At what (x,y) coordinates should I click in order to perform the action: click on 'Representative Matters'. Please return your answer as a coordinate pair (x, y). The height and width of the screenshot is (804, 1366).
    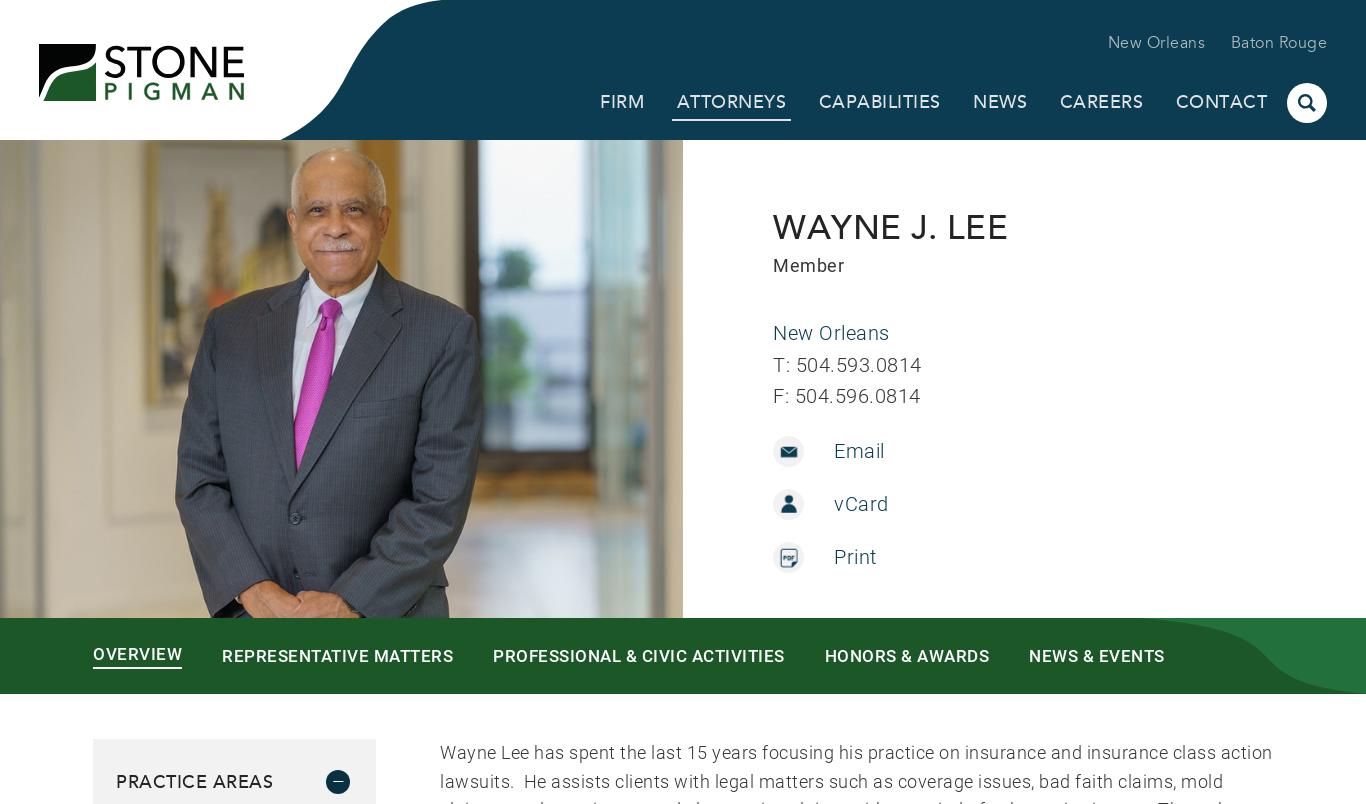
    Looking at the image, I should click on (337, 654).